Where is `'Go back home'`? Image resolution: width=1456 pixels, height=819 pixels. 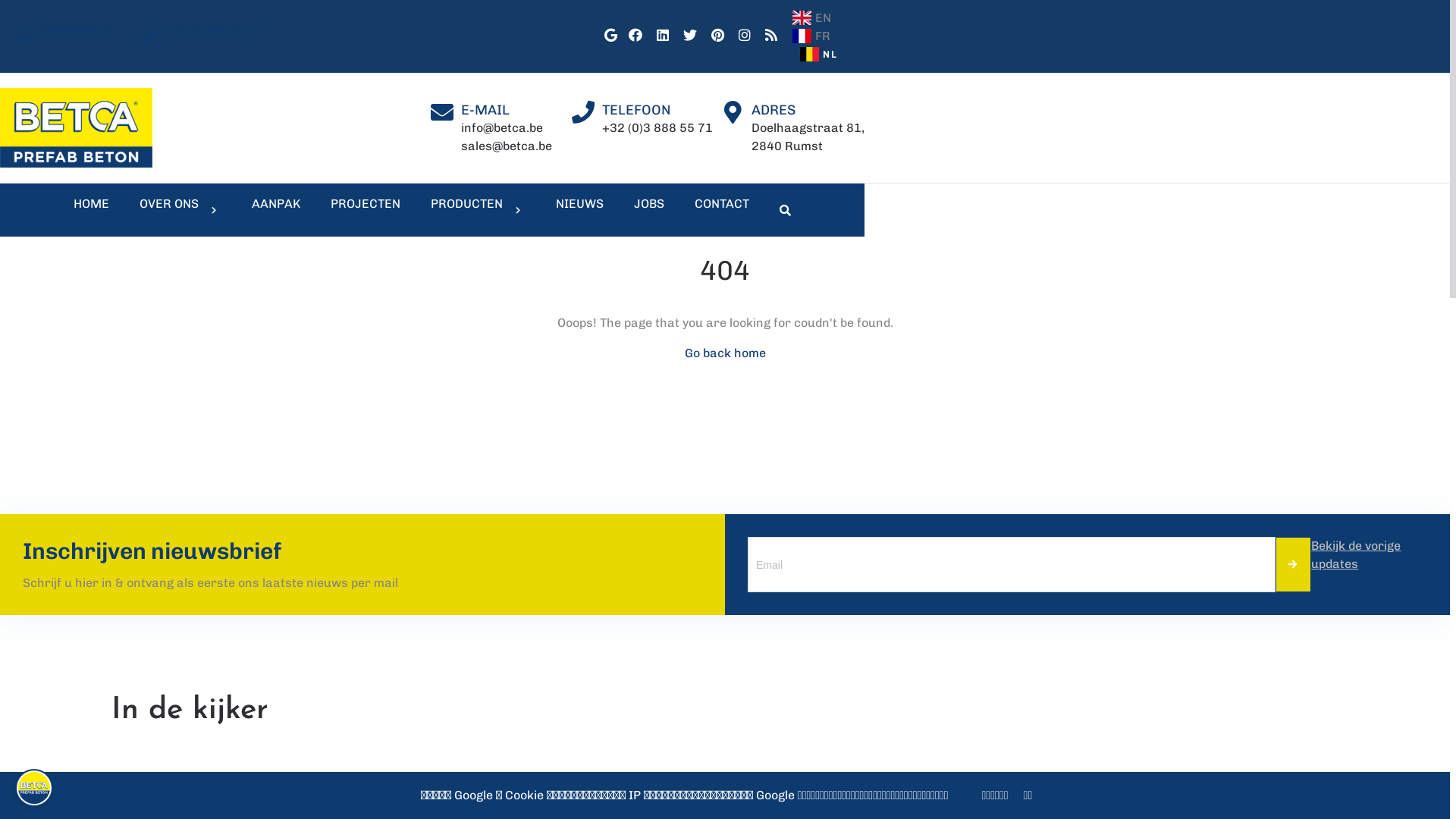 'Go back home' is located at coordinates (723, 353).